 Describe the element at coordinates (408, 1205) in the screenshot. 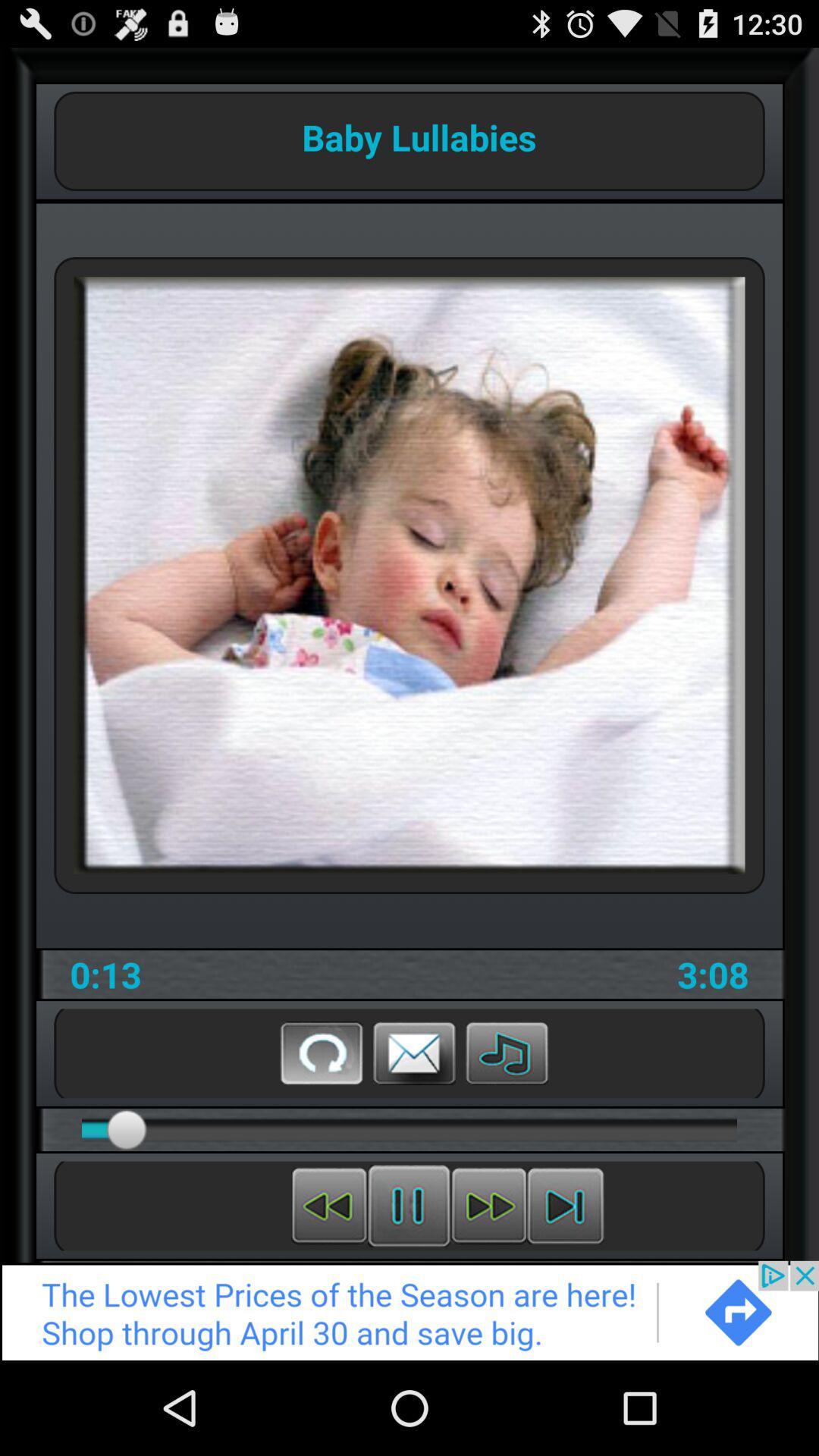

I see `pause lullaby` at that location.